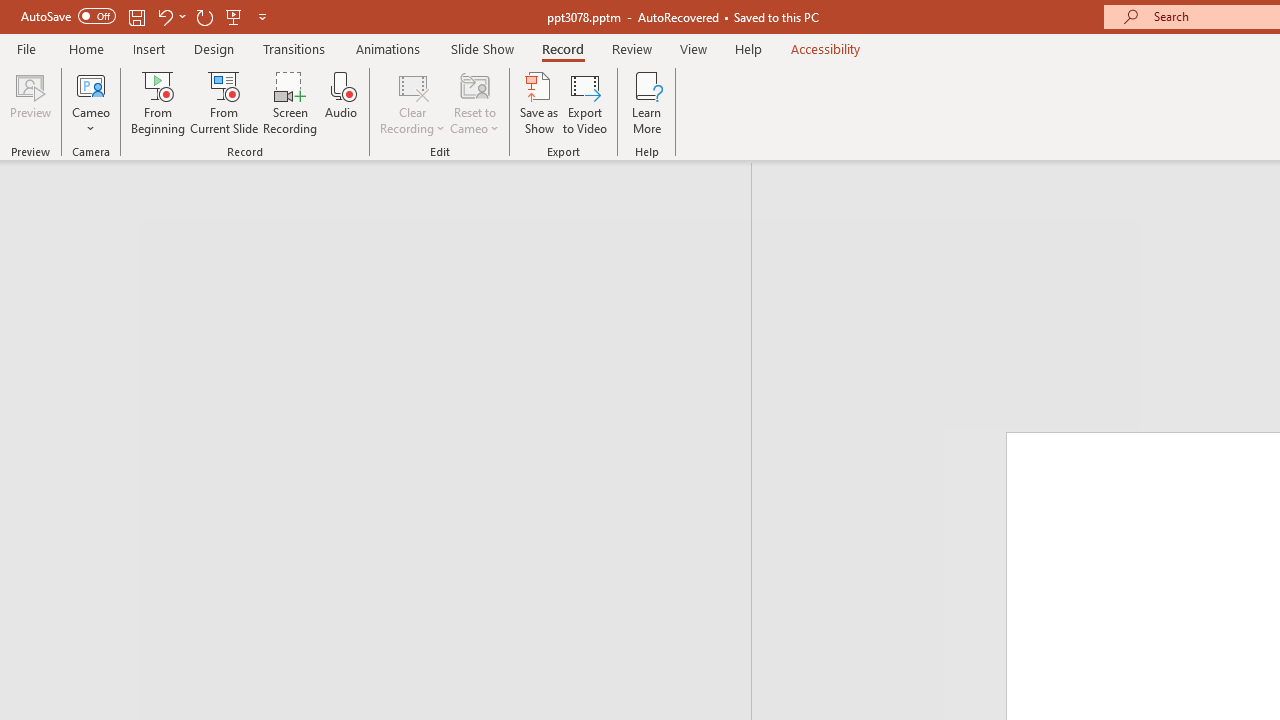 The width and height of the screenshot is (1280, 720). What do you see at coordinates (90, 103) in the screenshot?
I see `'Cameo'` at bounding box center [90, 103].